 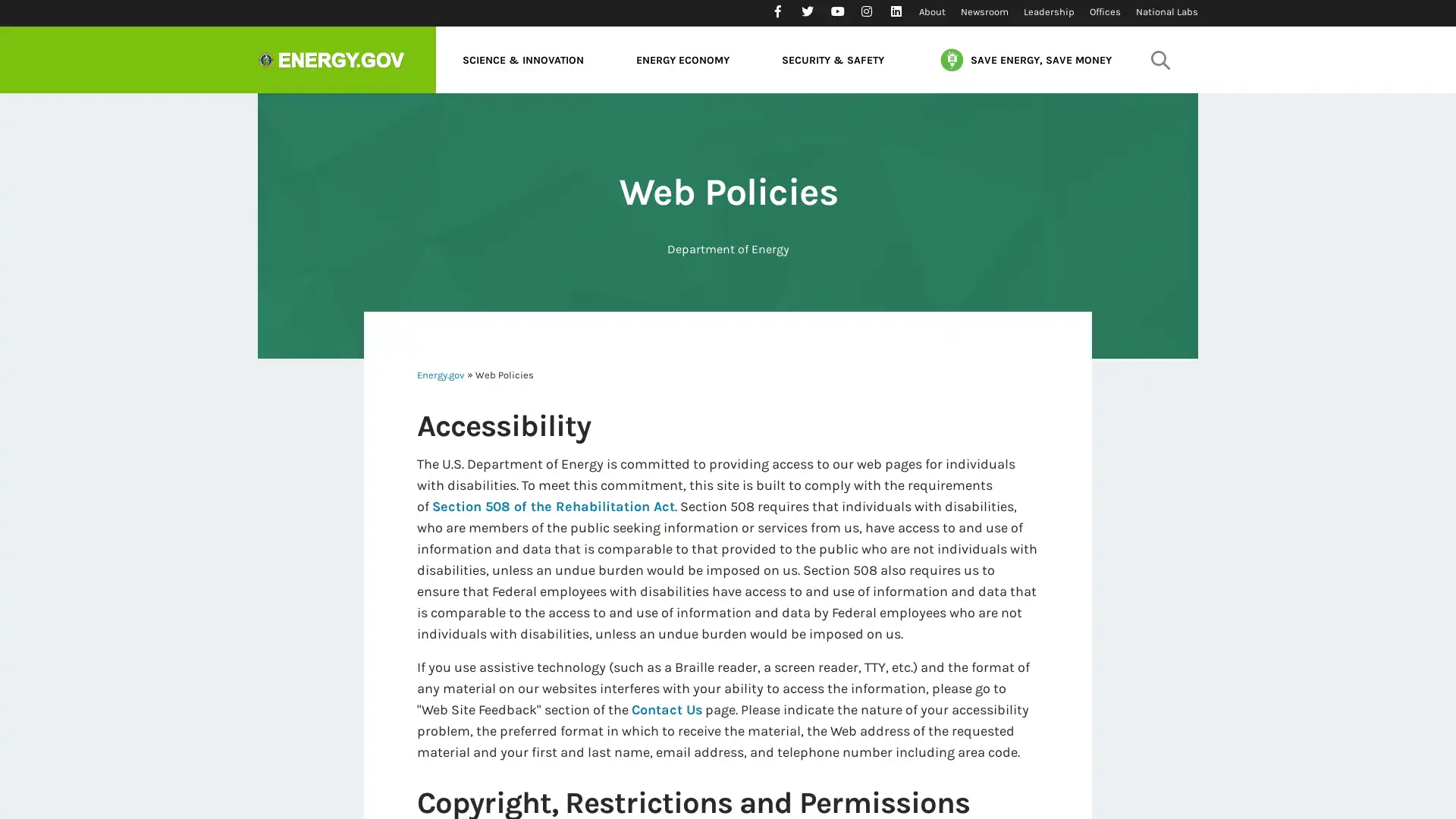 I want to click on SEARCH, so click(x=1156, y=102).